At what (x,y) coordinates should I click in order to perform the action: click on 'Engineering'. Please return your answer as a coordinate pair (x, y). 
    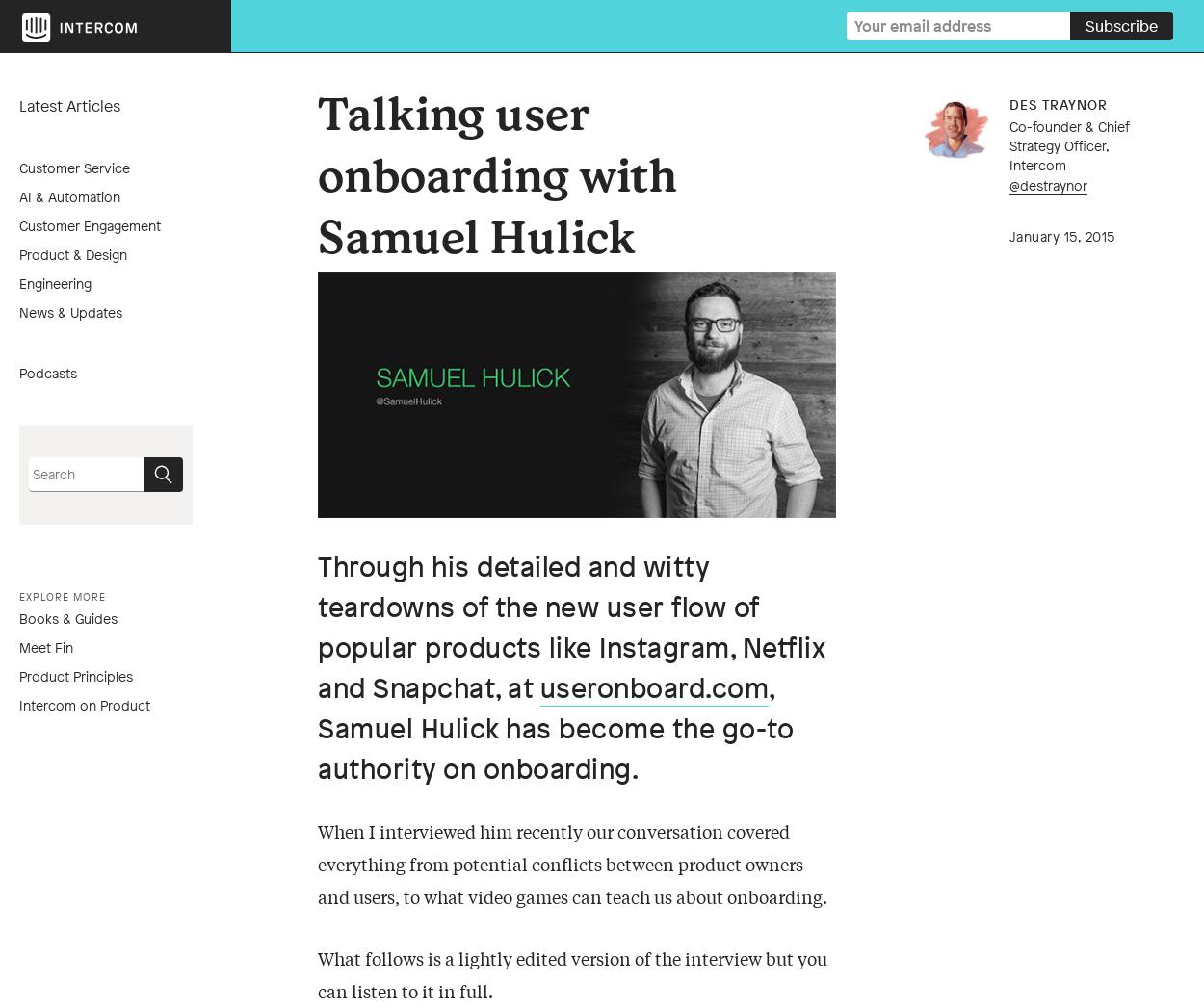
    Looking at the image, I should click on (19, 281).